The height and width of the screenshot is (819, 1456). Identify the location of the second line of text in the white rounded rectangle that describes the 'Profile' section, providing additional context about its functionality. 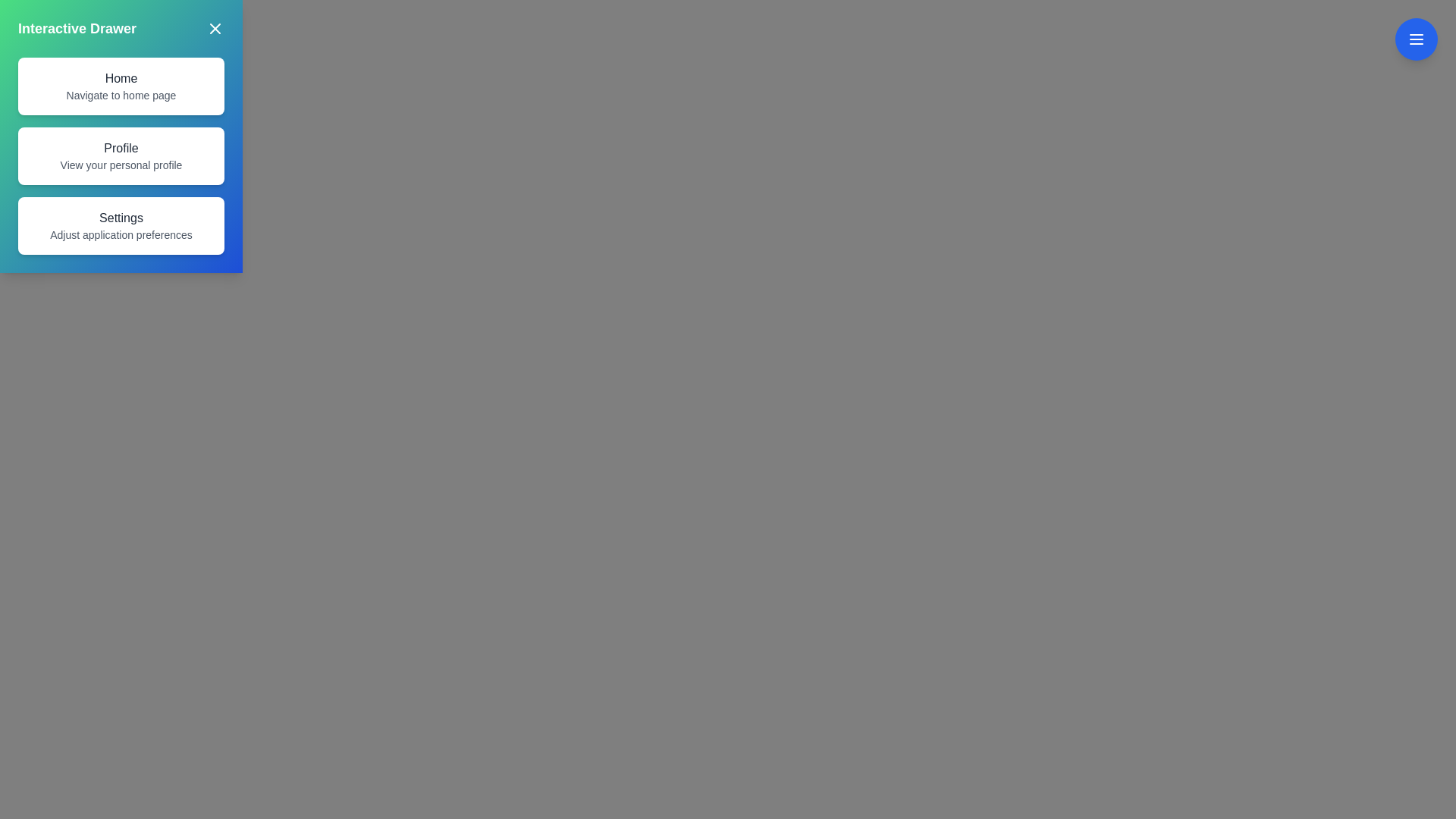
(120, 165).